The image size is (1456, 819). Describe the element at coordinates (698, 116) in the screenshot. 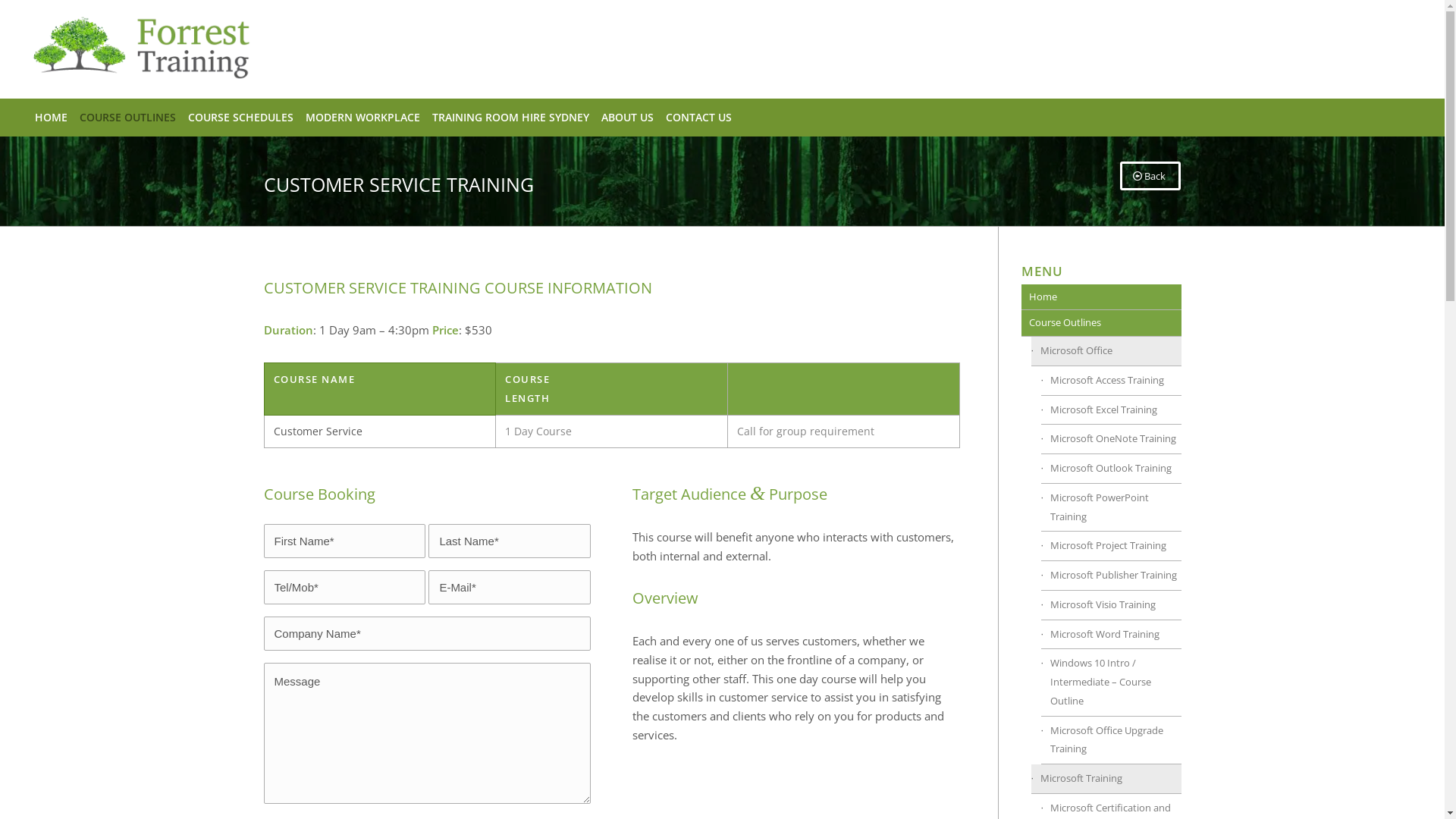

I see `'CONTACT US'` at that location.